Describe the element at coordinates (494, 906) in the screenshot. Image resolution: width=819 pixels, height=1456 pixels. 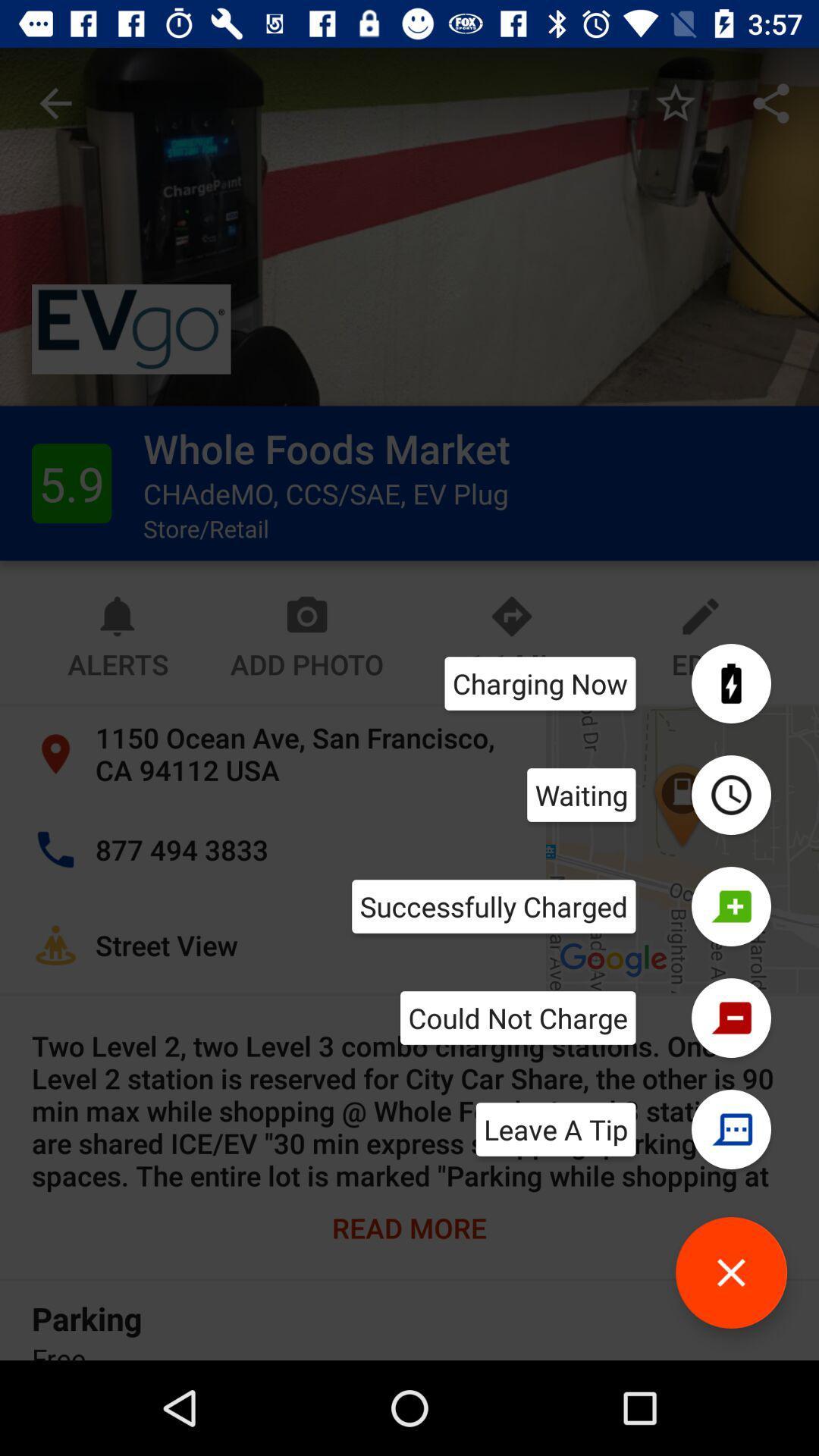
I see `the item above could not charge` at that location.